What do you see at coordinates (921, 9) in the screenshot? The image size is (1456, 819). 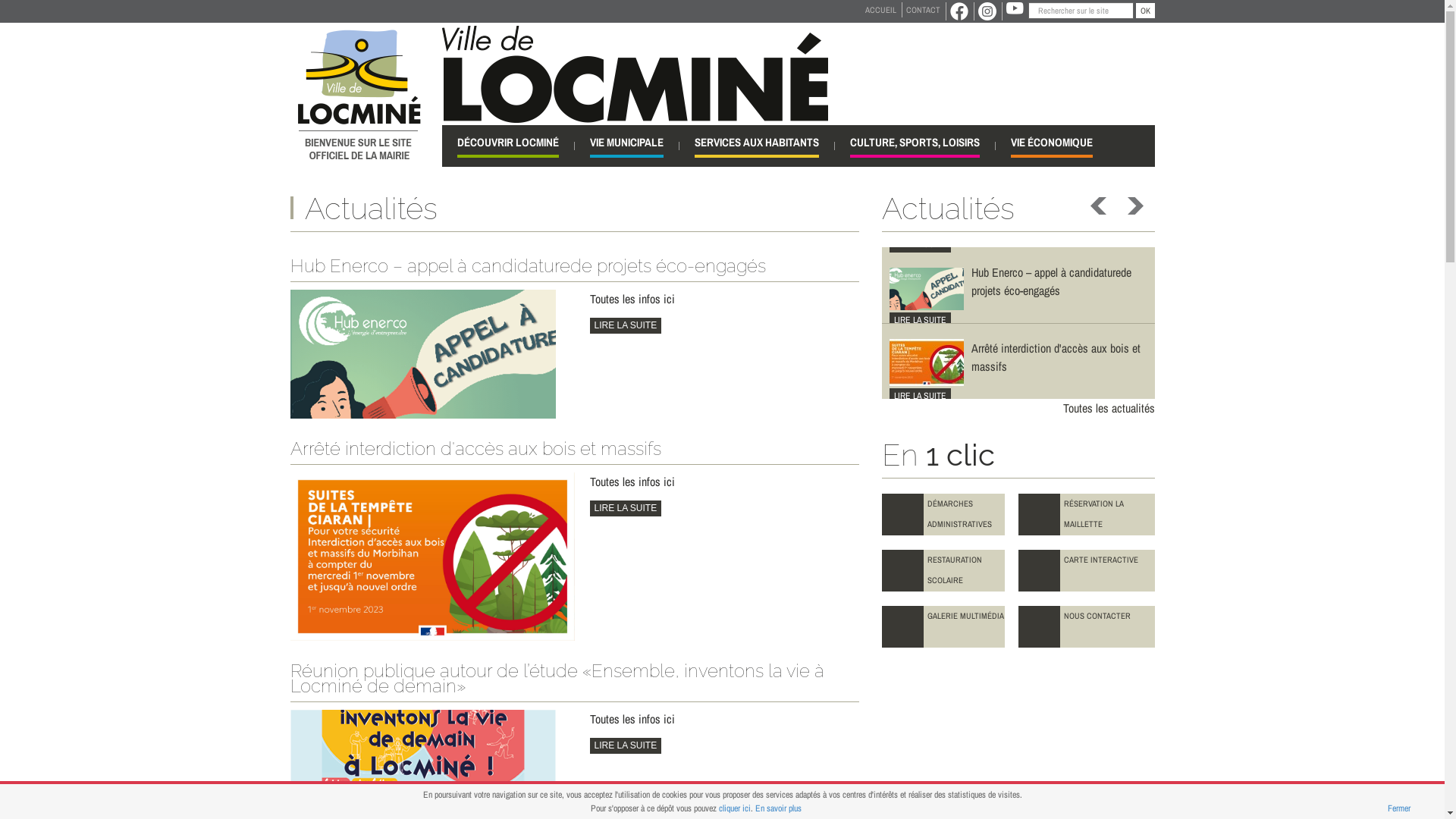 I see `'CONTACT'` at bounding box center [921, 9].